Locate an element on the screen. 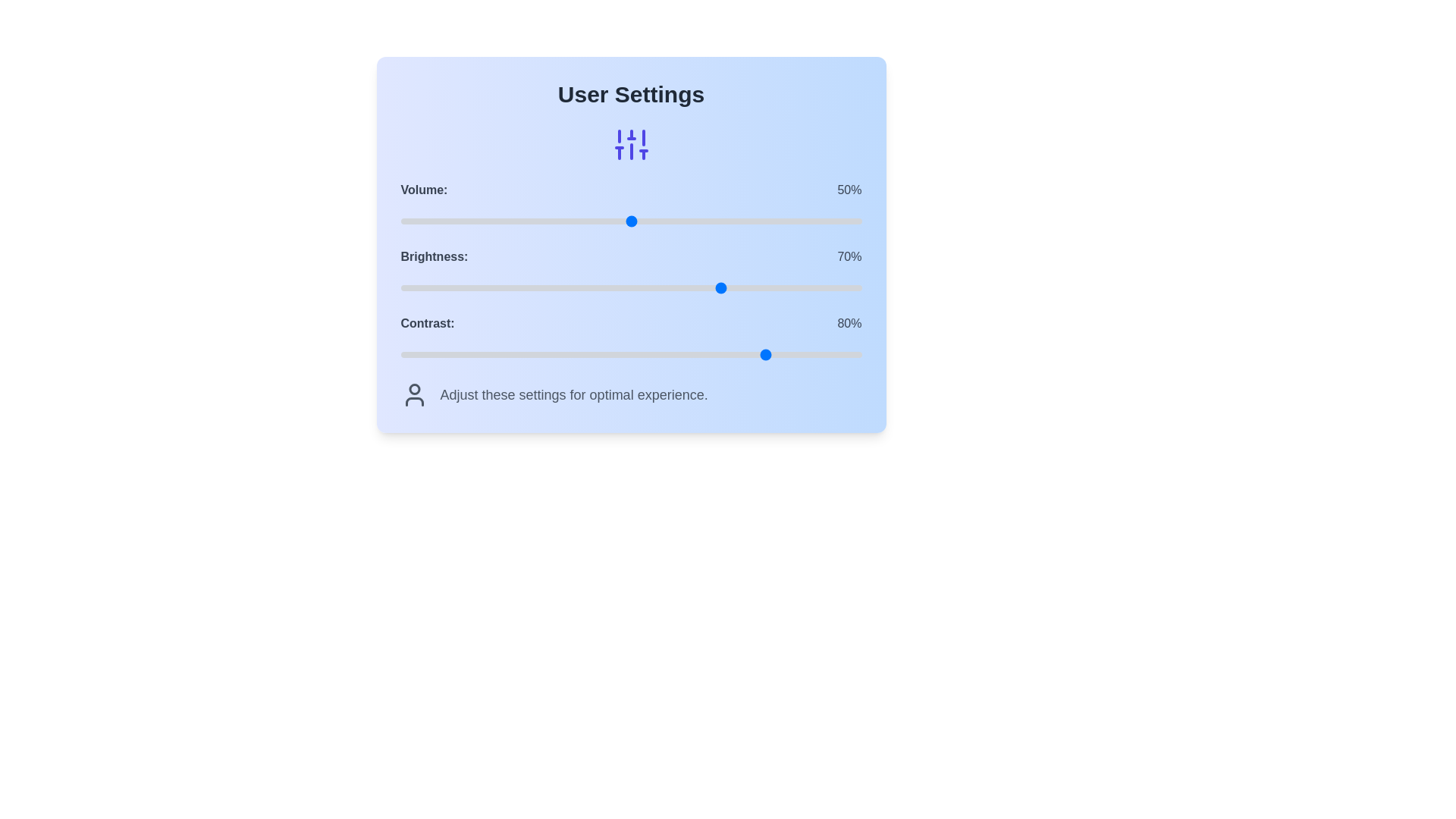  brightness is located at coordinates (552, 288).